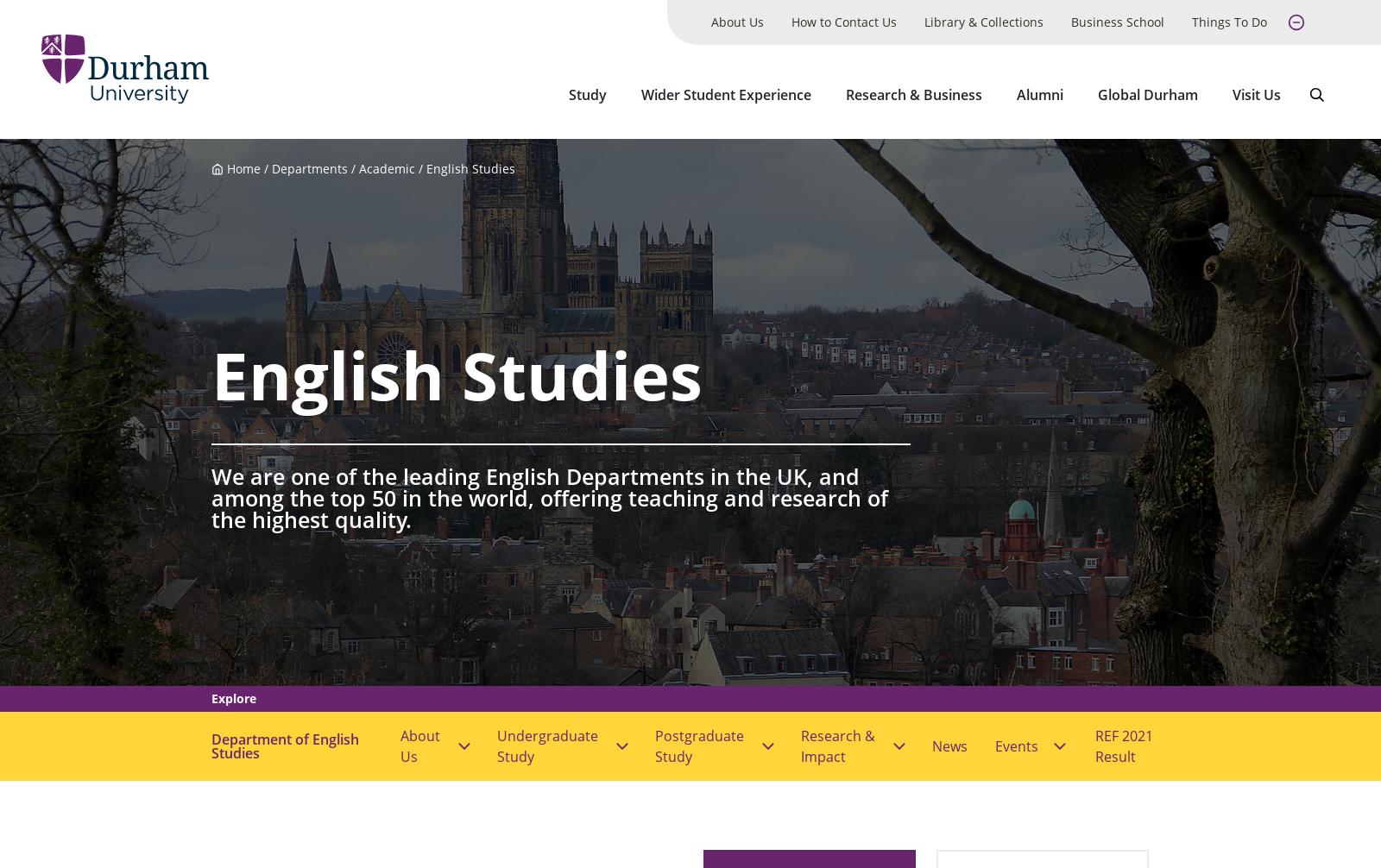 This screenshot has height=868, width=1381. Describe the element at coordinates (1083, 184) in the screenshot. I see `'View all events'` at that location.